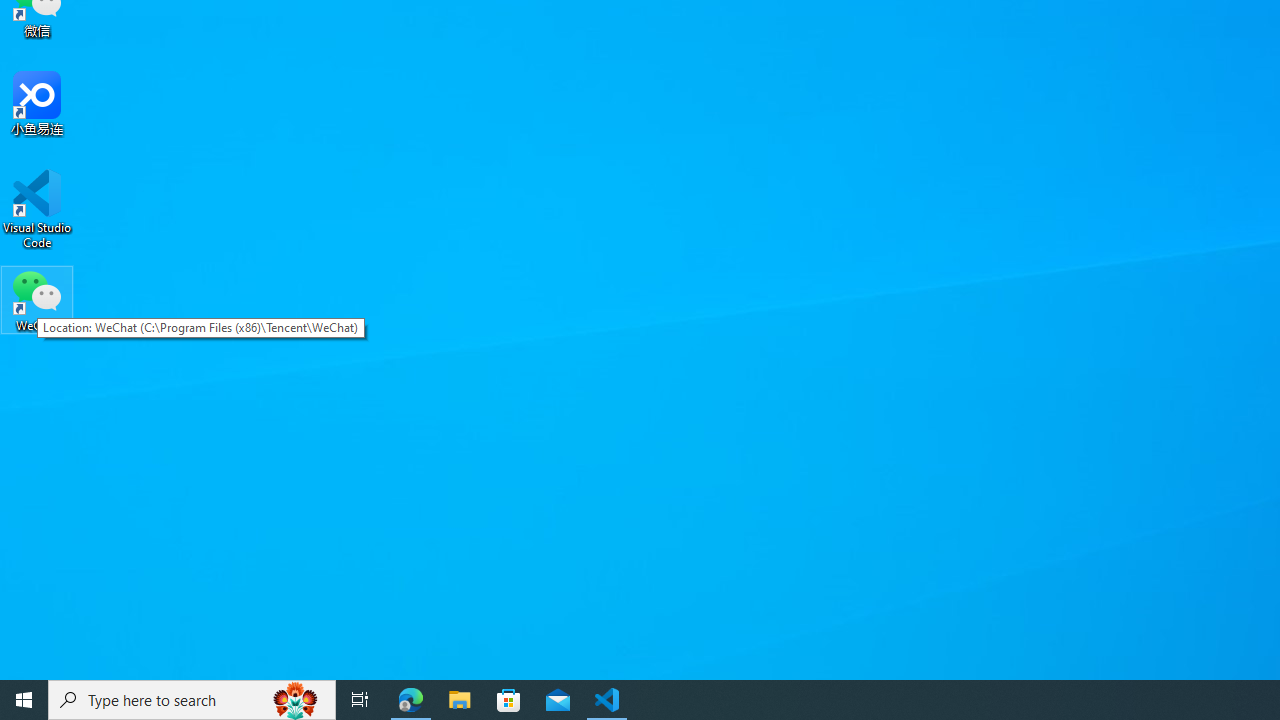 The height and width of the screenshot is (720, 1280). Describe the element at coordinates (410, 698) in the screenshot. I see `'Microsoft Edge - 1 running window'` at that location.